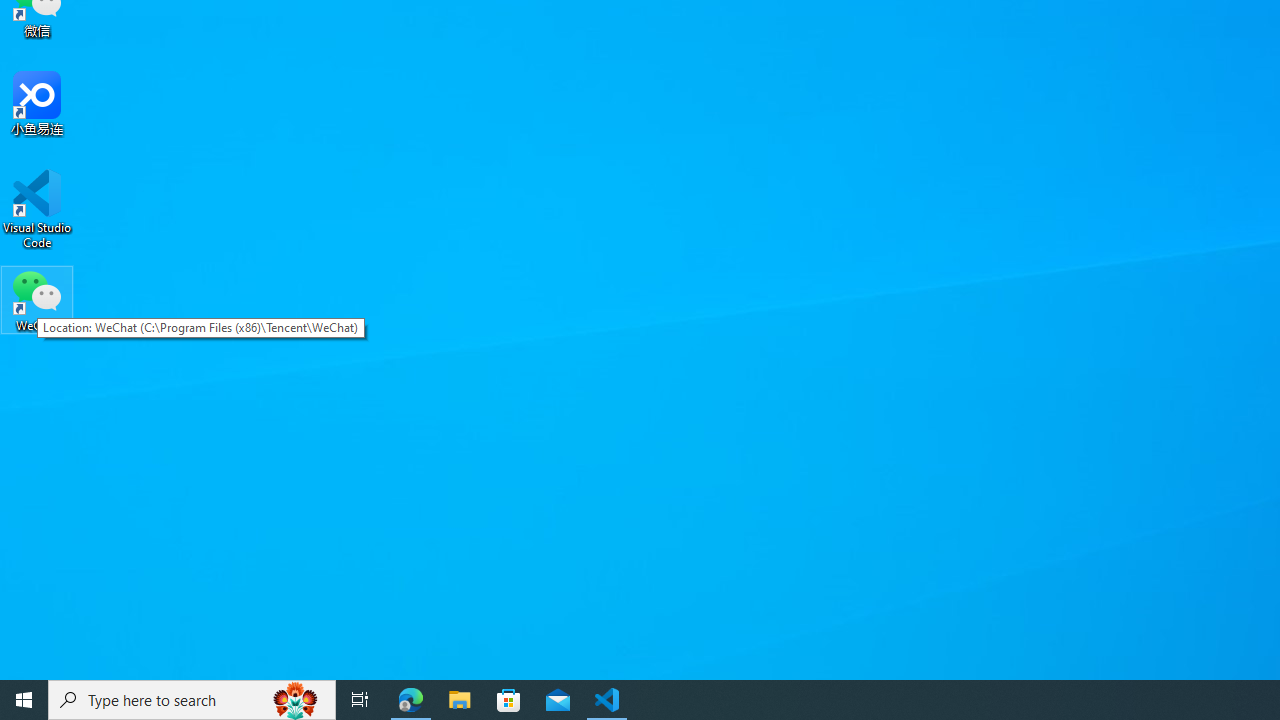 The height and width of the screenshot is (720, 1280). Describe the element at coordinates (410, 698) in the screenshot. I see `'Microsoft Edge - 1 running window'` at that location.